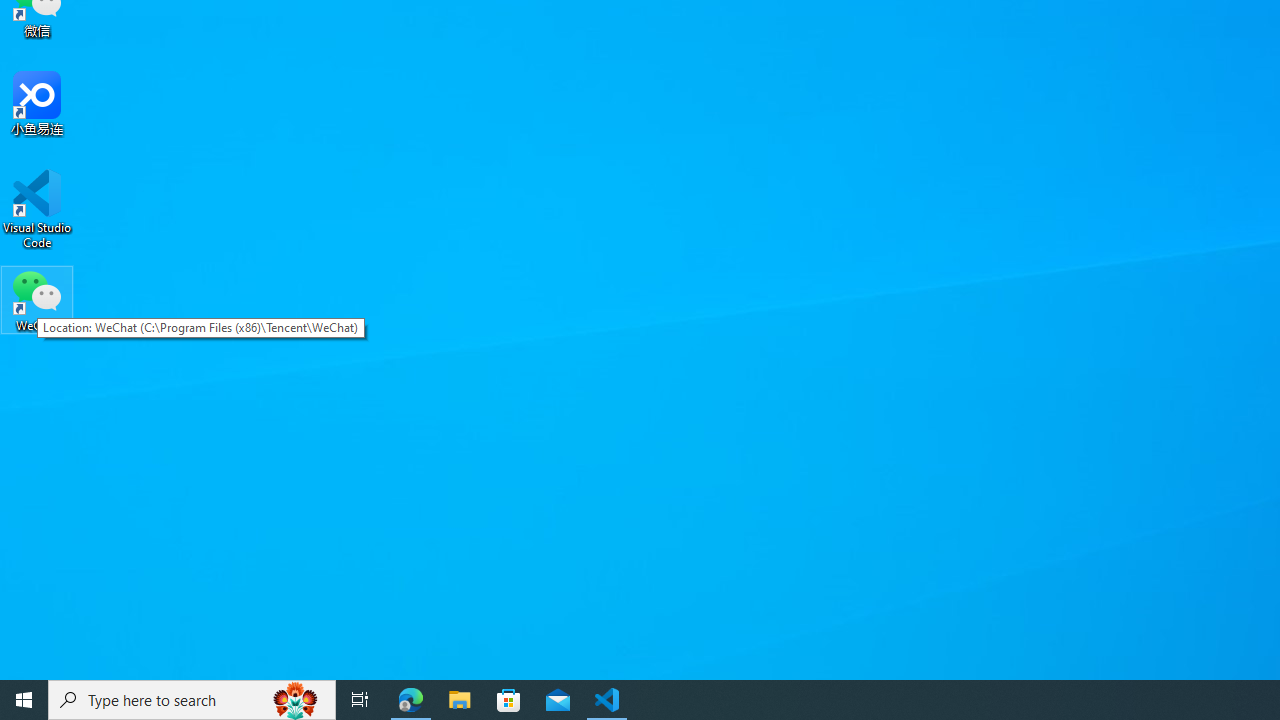 The height and width of the screenshot is (720, 1280). Describe the element at coordinates (410, 698) in the screenshot. I see `'Microsoft Edge - 1 running window'` at that location.